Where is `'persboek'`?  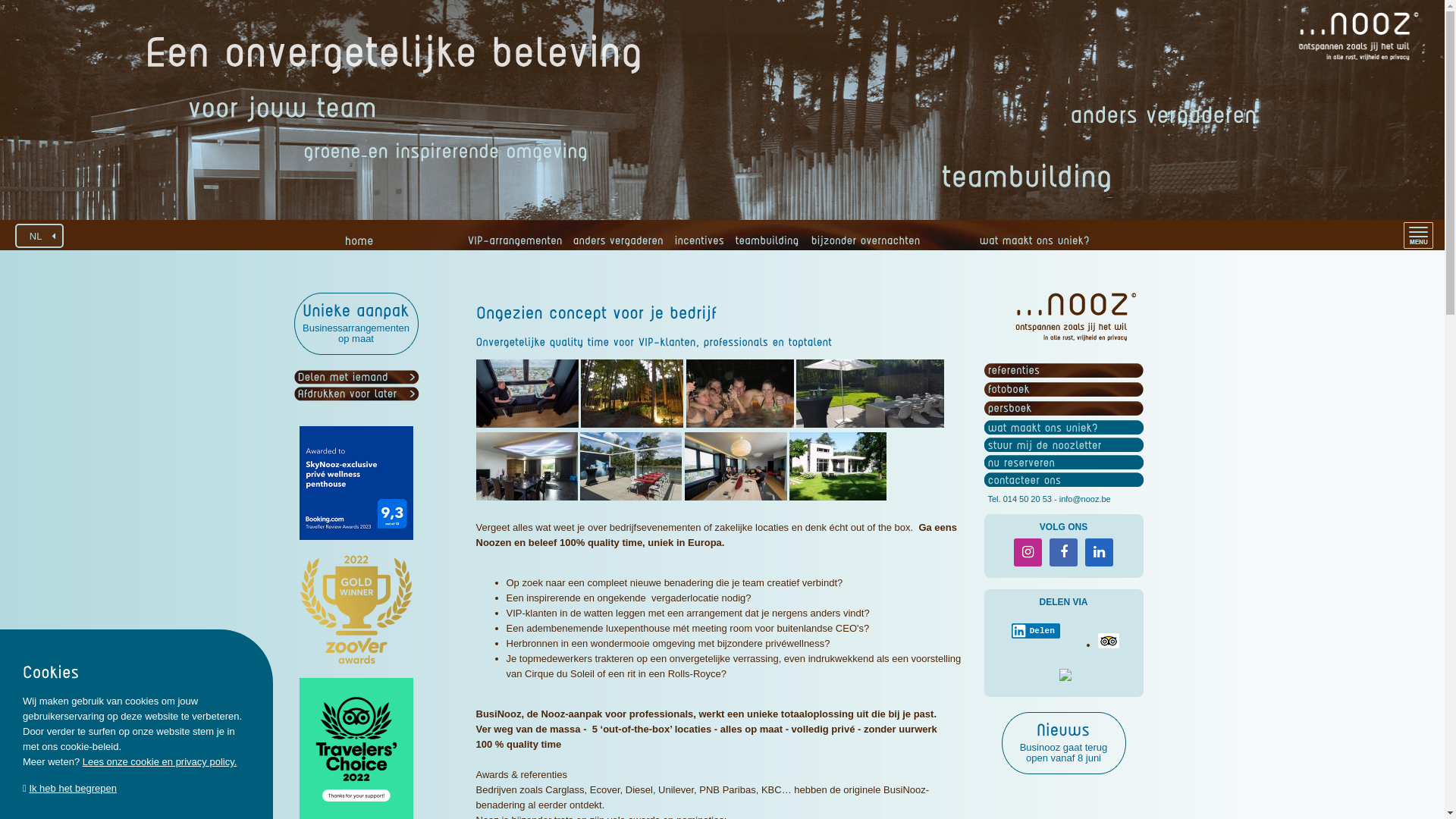 'persboek' is located at coordinates (1009, 407).